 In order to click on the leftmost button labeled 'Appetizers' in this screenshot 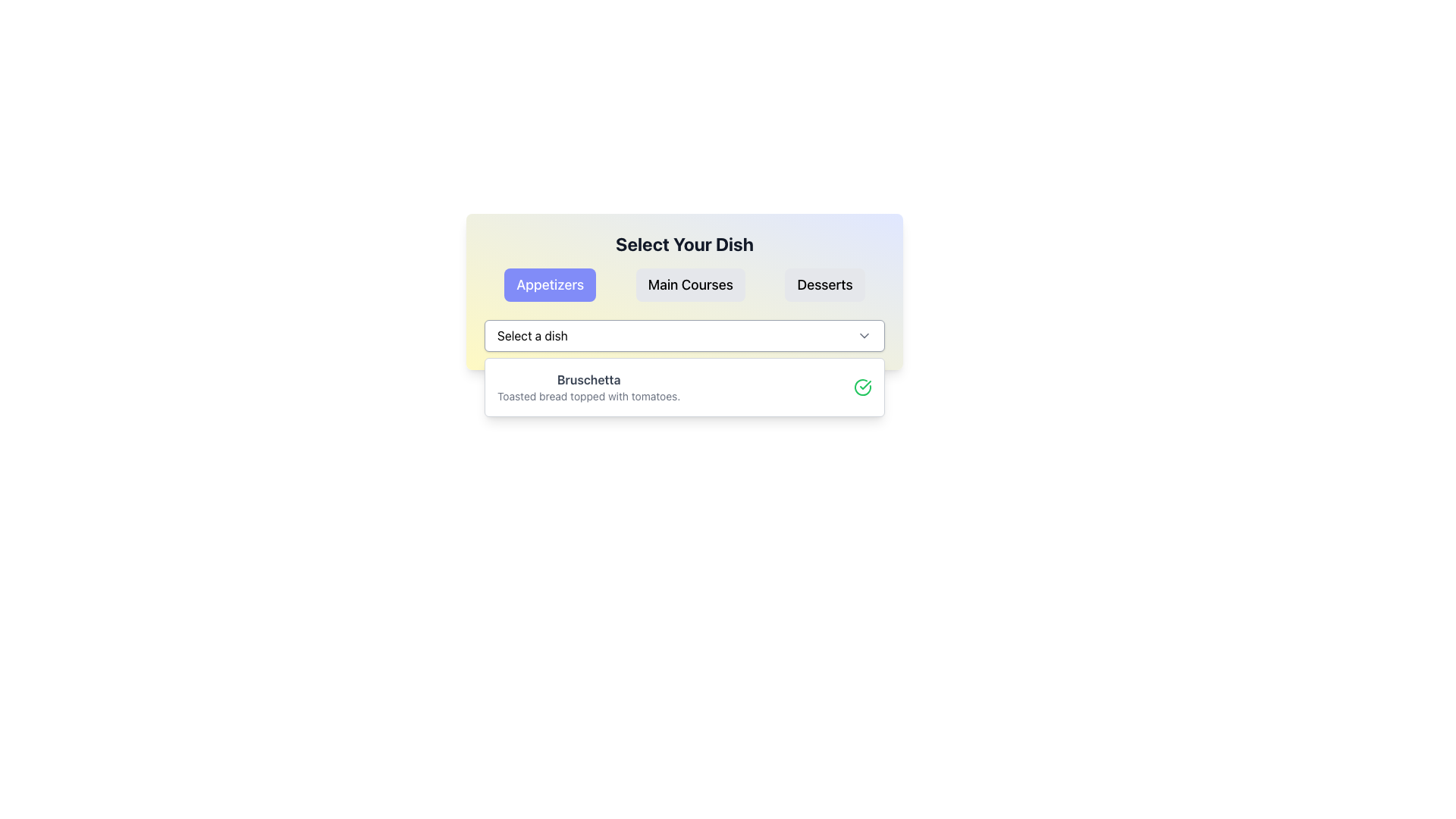, I will do `click(549, 284)`.